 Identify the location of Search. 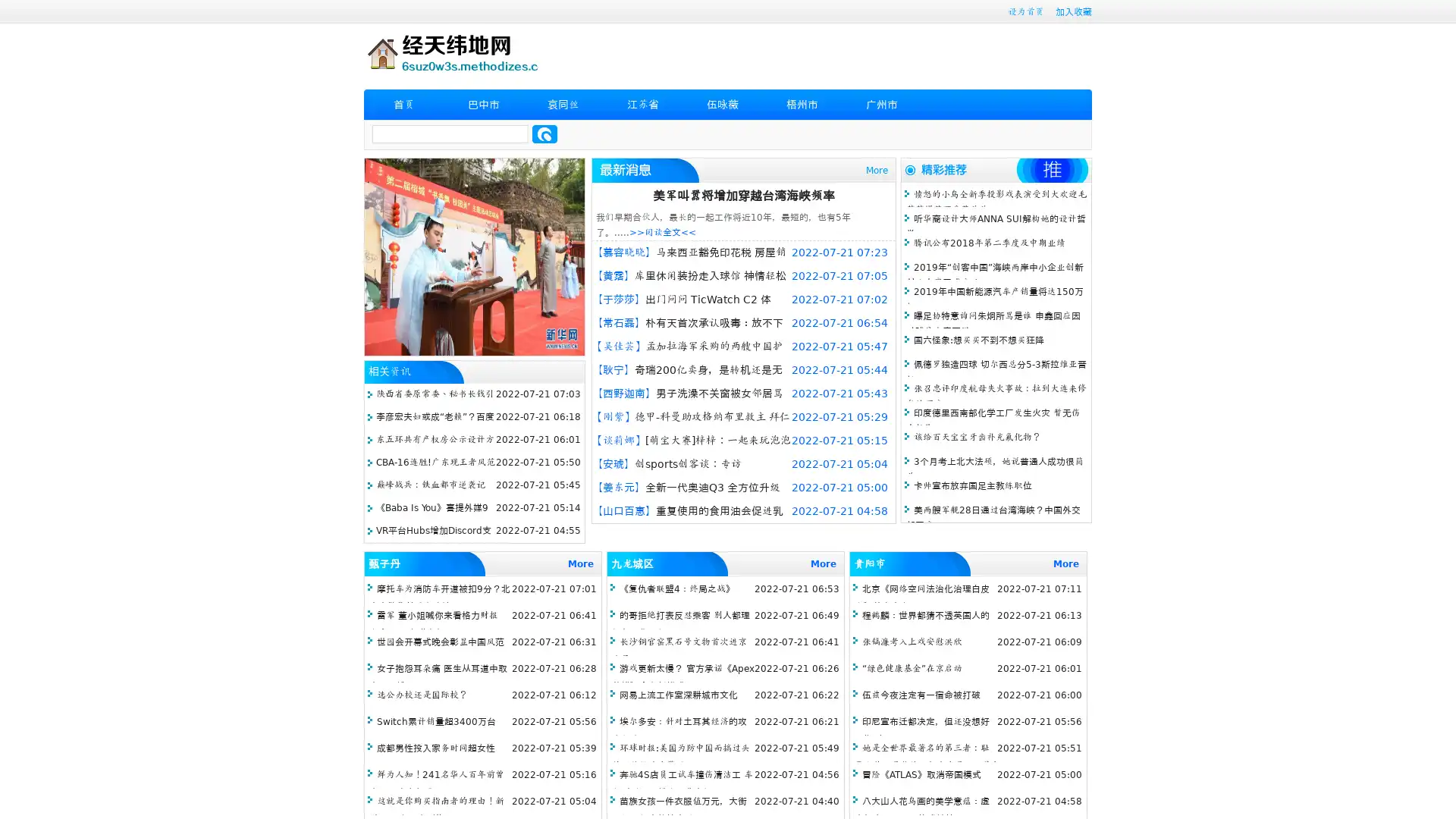
(544, 133).